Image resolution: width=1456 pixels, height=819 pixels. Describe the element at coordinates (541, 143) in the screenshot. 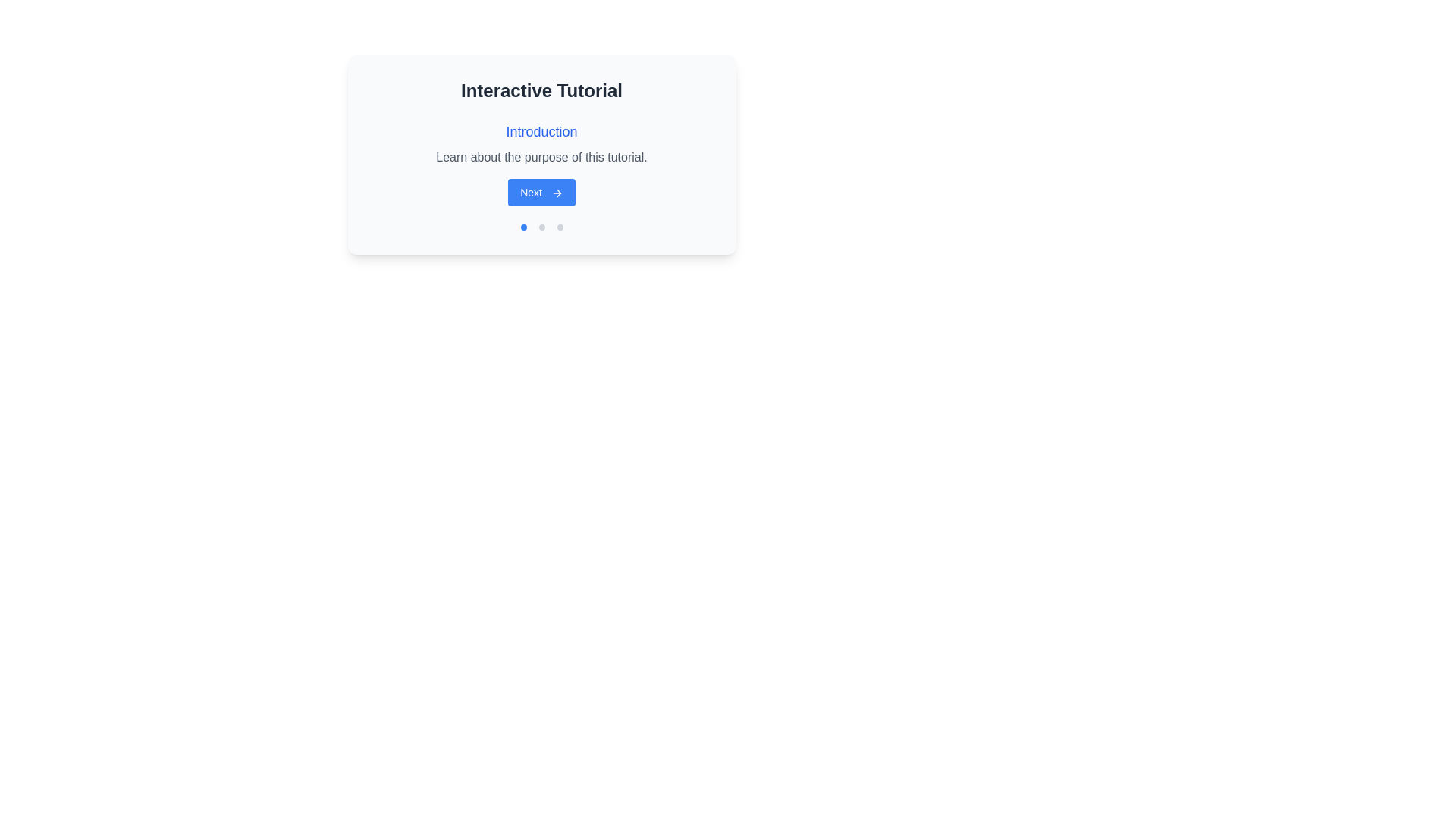

I see `the text block containing the heading 'Introduction' and subtext 'Learn about the purpose of this tutorial', which is centered in a white card below the title 'Interactive Tutorial'` at that location.